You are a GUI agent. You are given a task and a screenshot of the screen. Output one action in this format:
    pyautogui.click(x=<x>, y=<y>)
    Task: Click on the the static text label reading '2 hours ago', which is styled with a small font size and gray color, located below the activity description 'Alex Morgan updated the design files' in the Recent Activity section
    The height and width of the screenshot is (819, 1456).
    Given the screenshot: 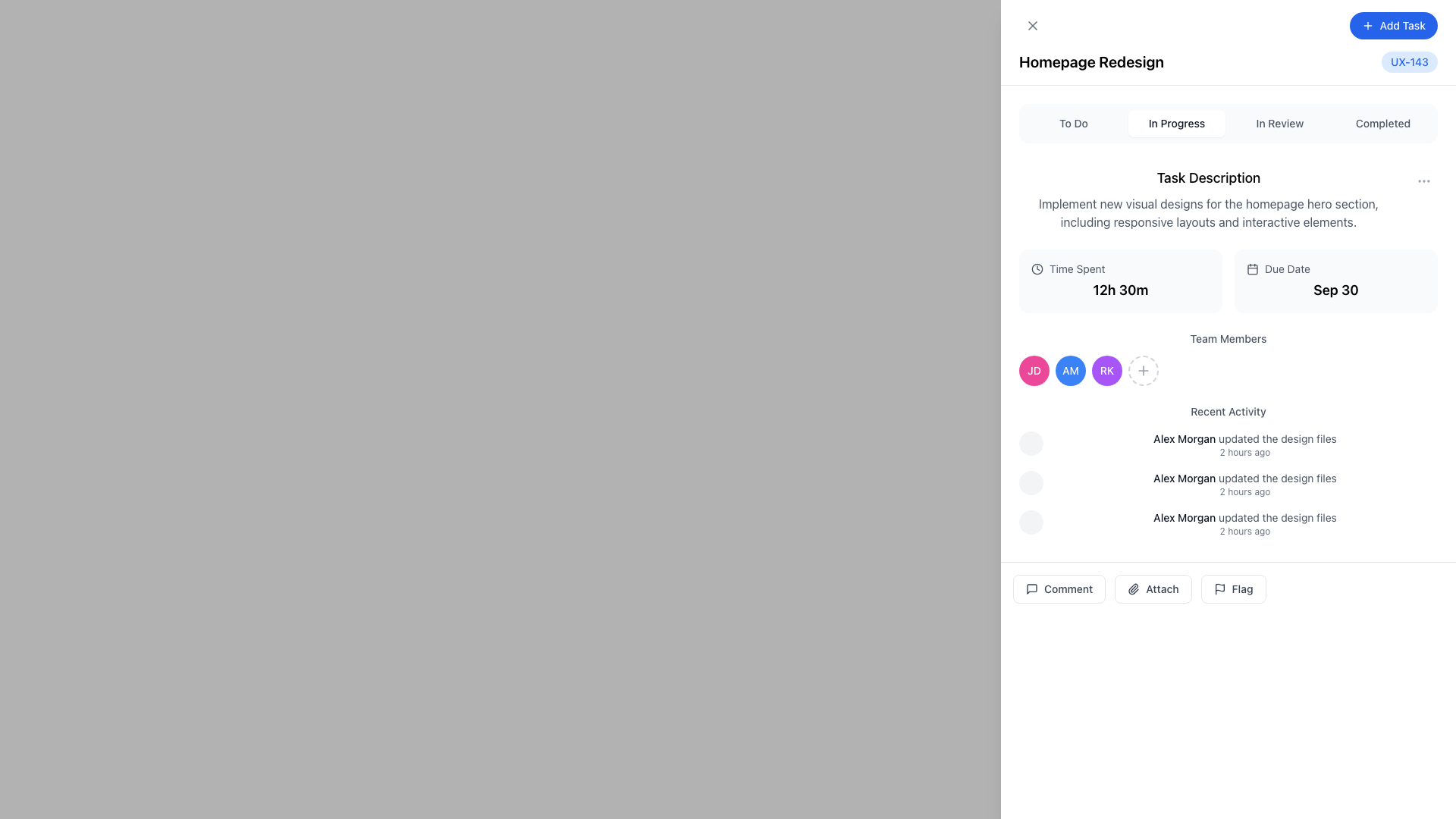 What is the action you would take?
    pyautogui.click(x=1244, y=531)
    